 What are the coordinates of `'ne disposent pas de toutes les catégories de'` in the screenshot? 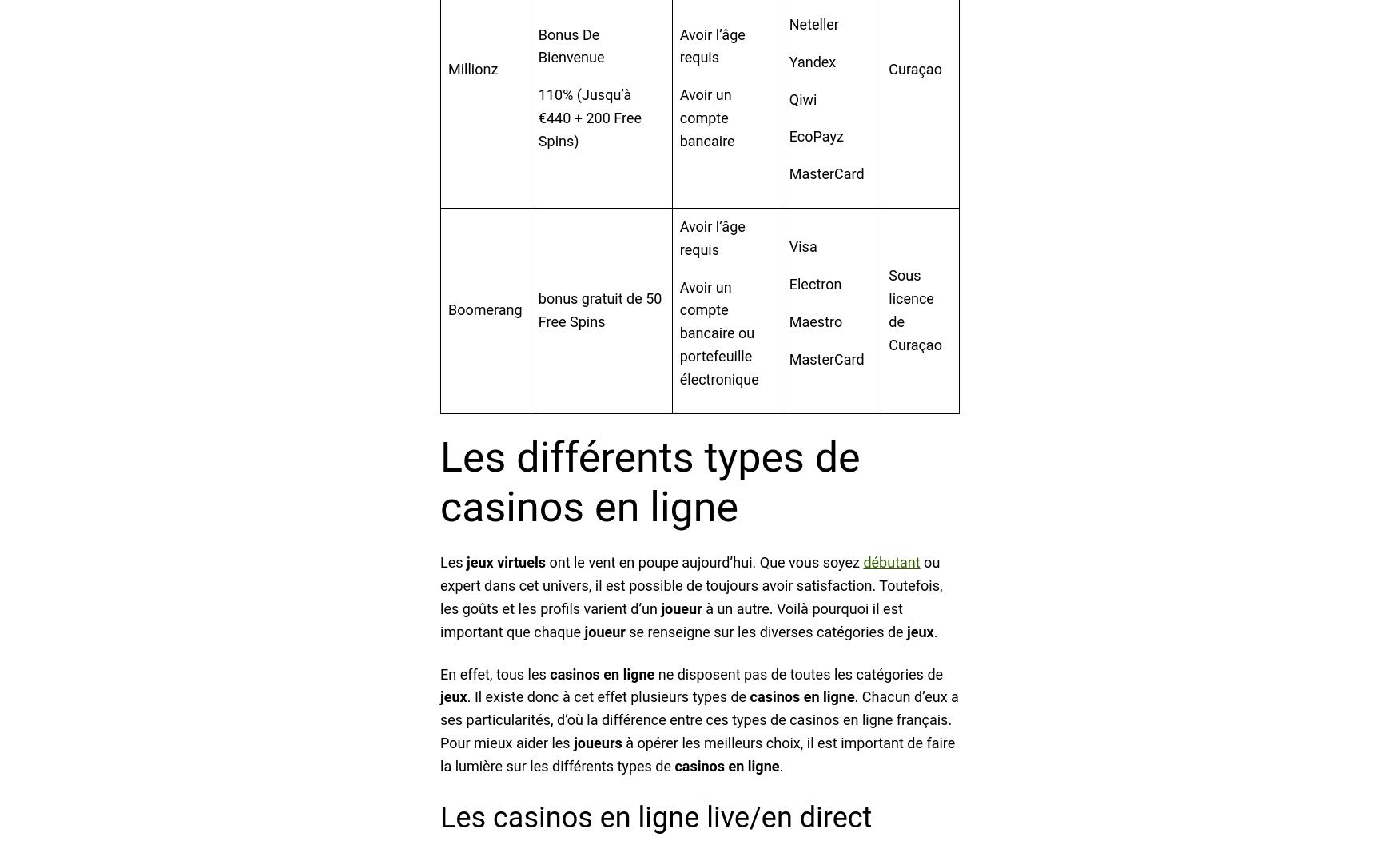 It's located at (797, 672).